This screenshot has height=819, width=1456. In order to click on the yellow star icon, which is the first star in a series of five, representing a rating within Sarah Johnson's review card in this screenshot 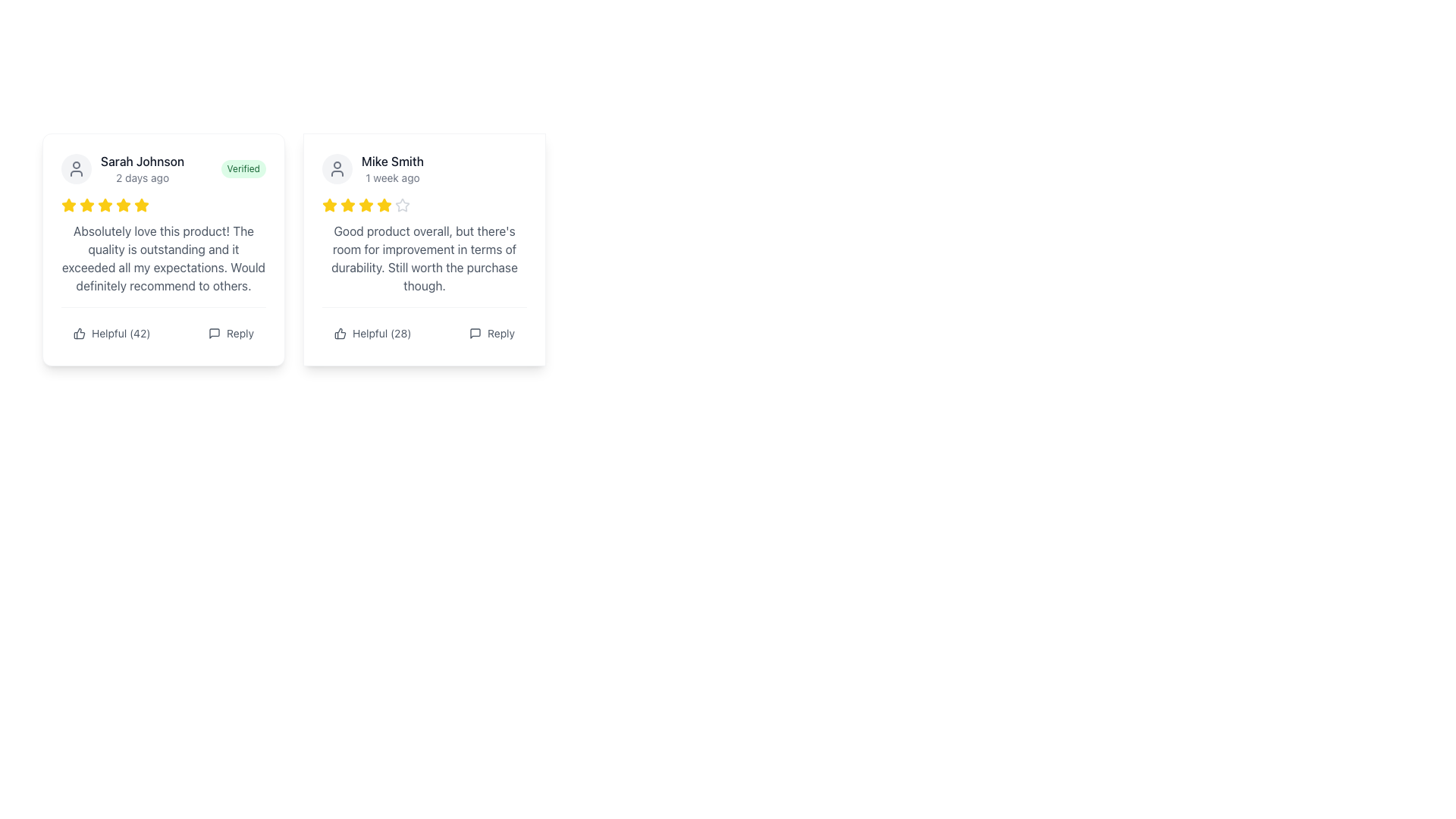, I will do `click(68, 205)`.